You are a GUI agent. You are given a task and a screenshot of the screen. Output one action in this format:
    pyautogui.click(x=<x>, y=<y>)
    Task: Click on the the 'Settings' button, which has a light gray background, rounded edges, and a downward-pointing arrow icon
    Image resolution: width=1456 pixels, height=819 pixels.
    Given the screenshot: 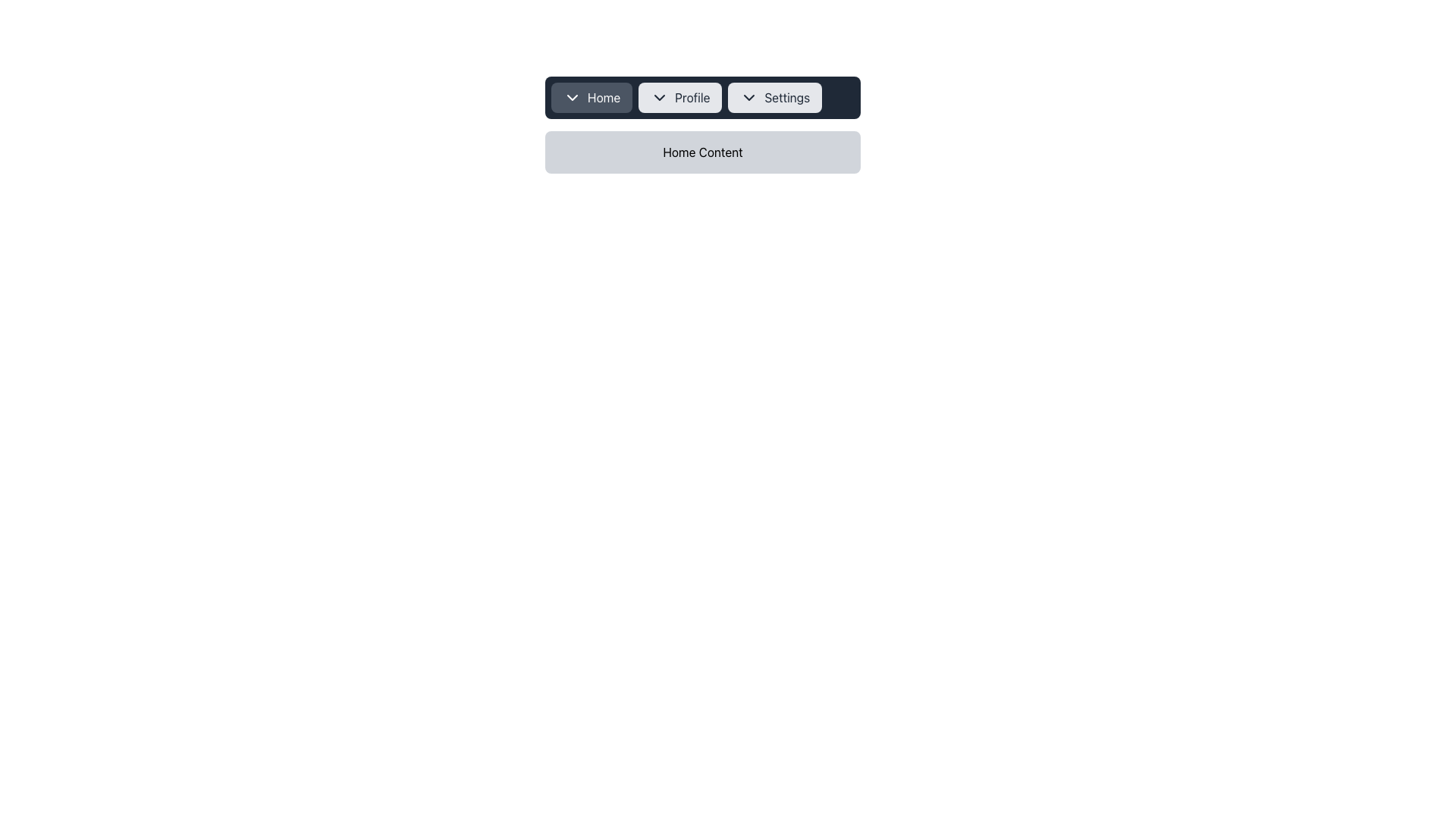 What is the action you would take?
    pyautogui.click(x=775, y=97)
    